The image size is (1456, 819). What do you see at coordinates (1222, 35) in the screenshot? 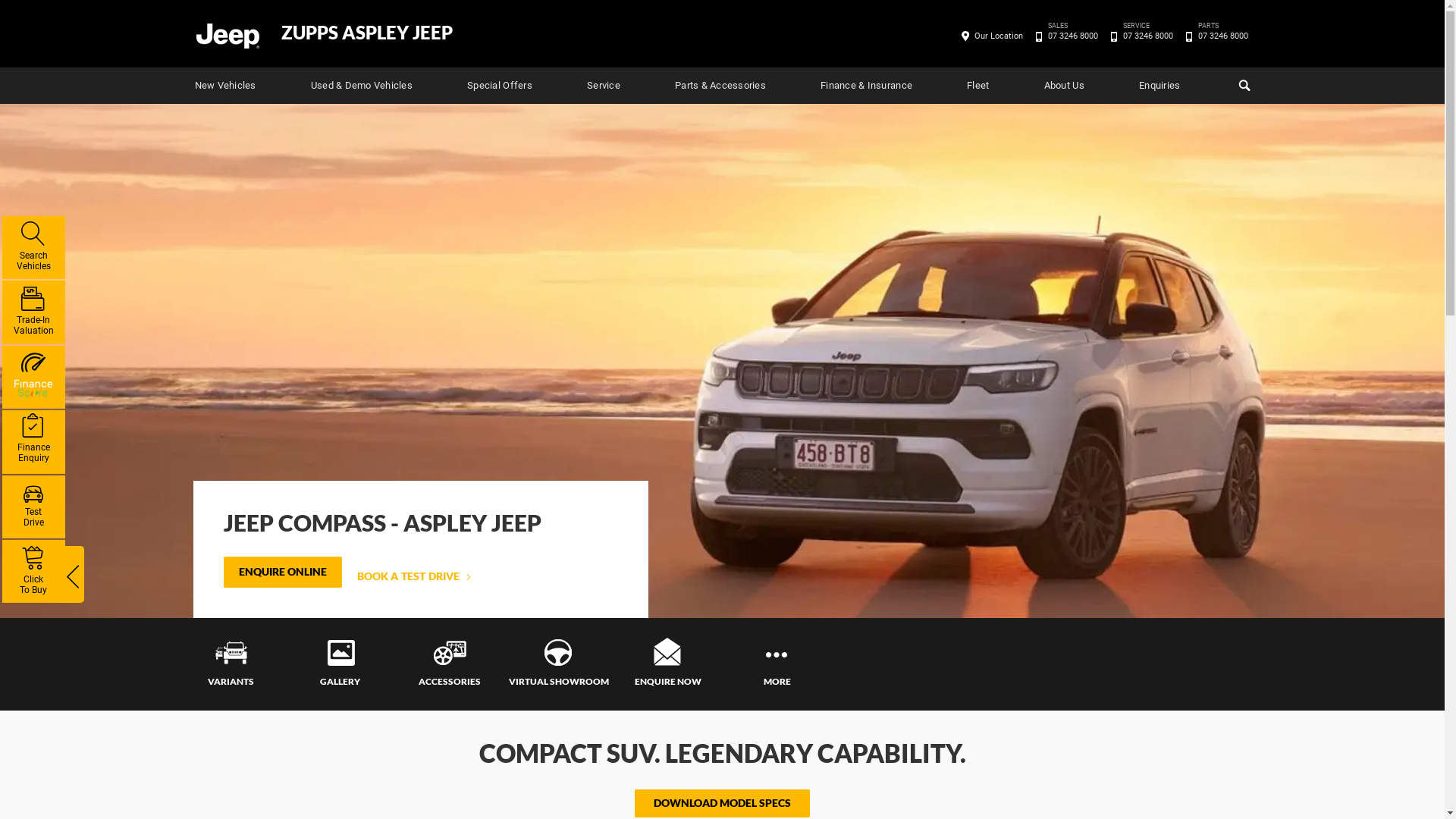
I see `'PARTS` at bounding box center [1222, 35].